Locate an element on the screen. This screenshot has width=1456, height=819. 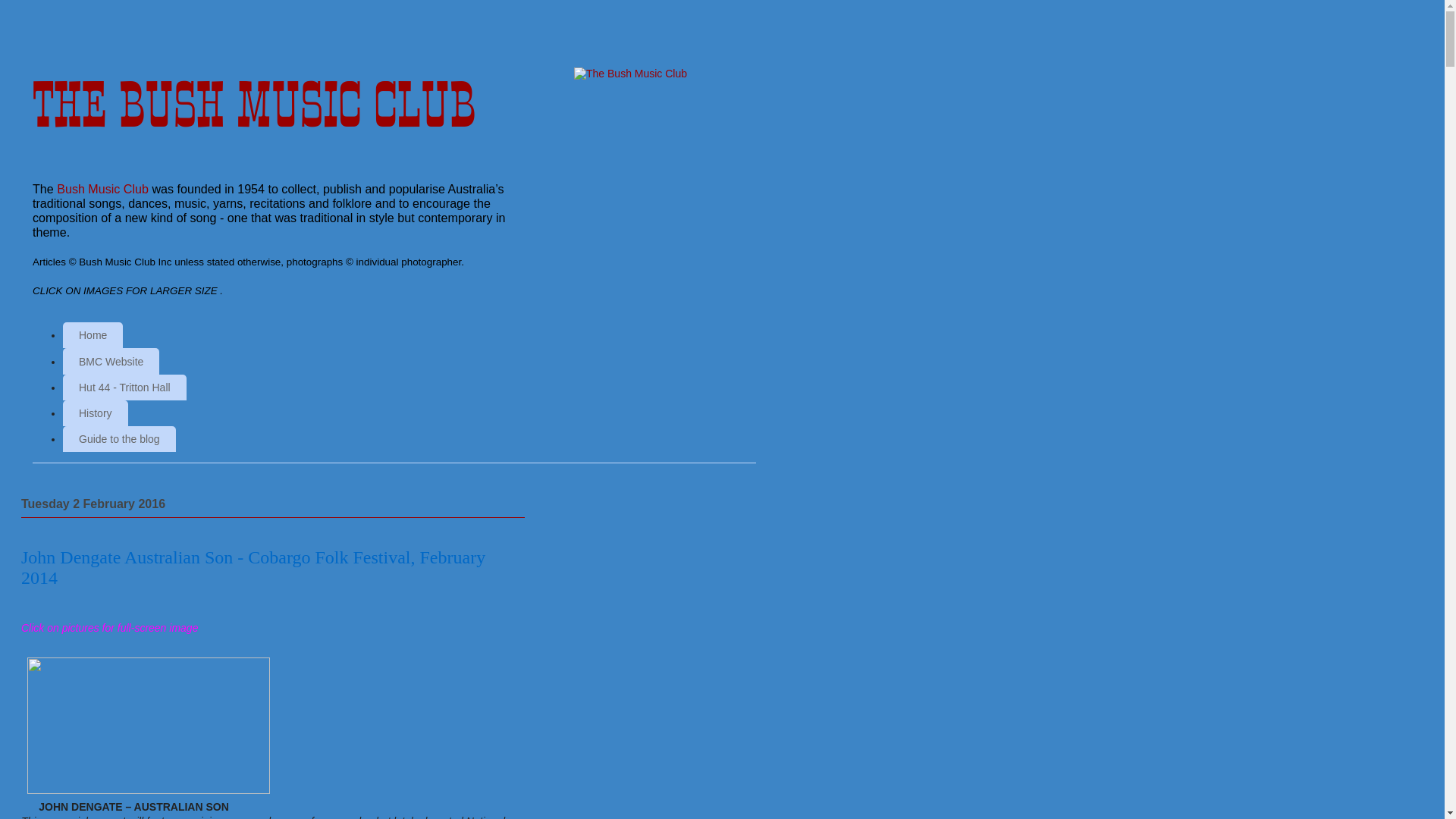
'BMC Website' is located at coordinates (61, 360).